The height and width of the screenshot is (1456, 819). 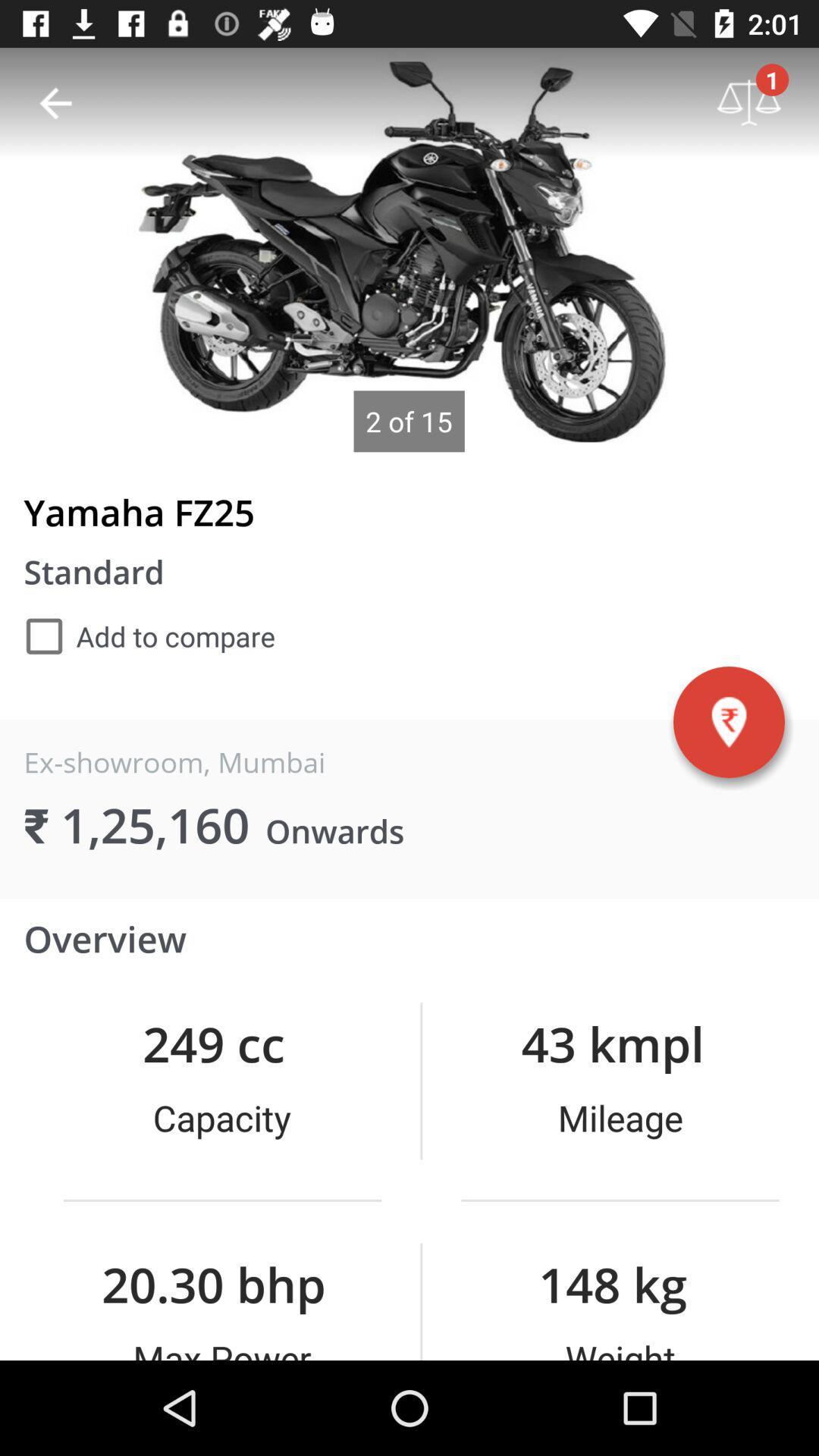 I want to click on the check box below the standard text, so click(x=149, y=636).